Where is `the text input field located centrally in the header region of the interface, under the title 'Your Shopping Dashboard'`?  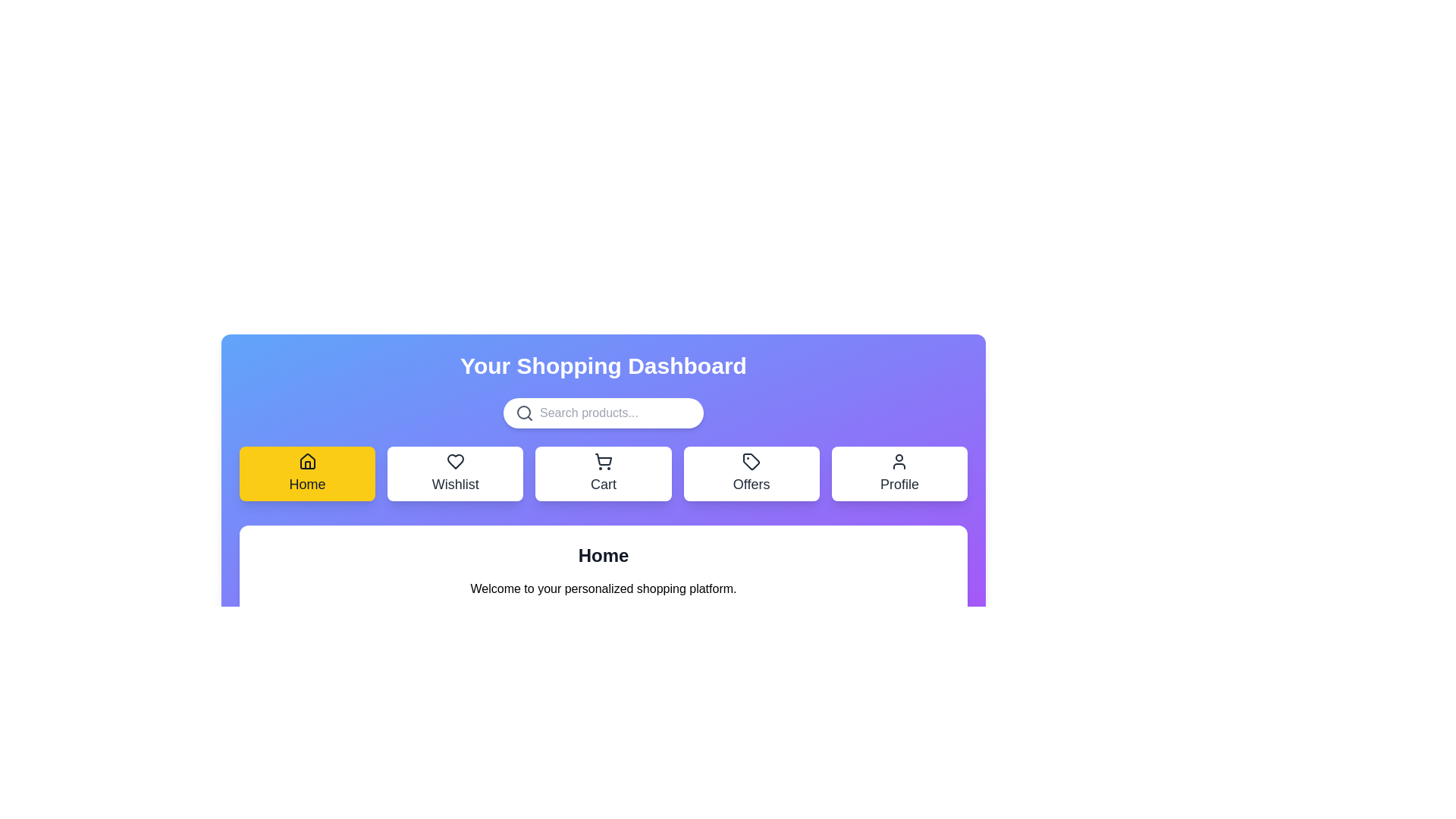
the text input field located centrally in the header region of the interface, under the title 'Your Shopping Dashboard' is located at coordinates (615, 413).